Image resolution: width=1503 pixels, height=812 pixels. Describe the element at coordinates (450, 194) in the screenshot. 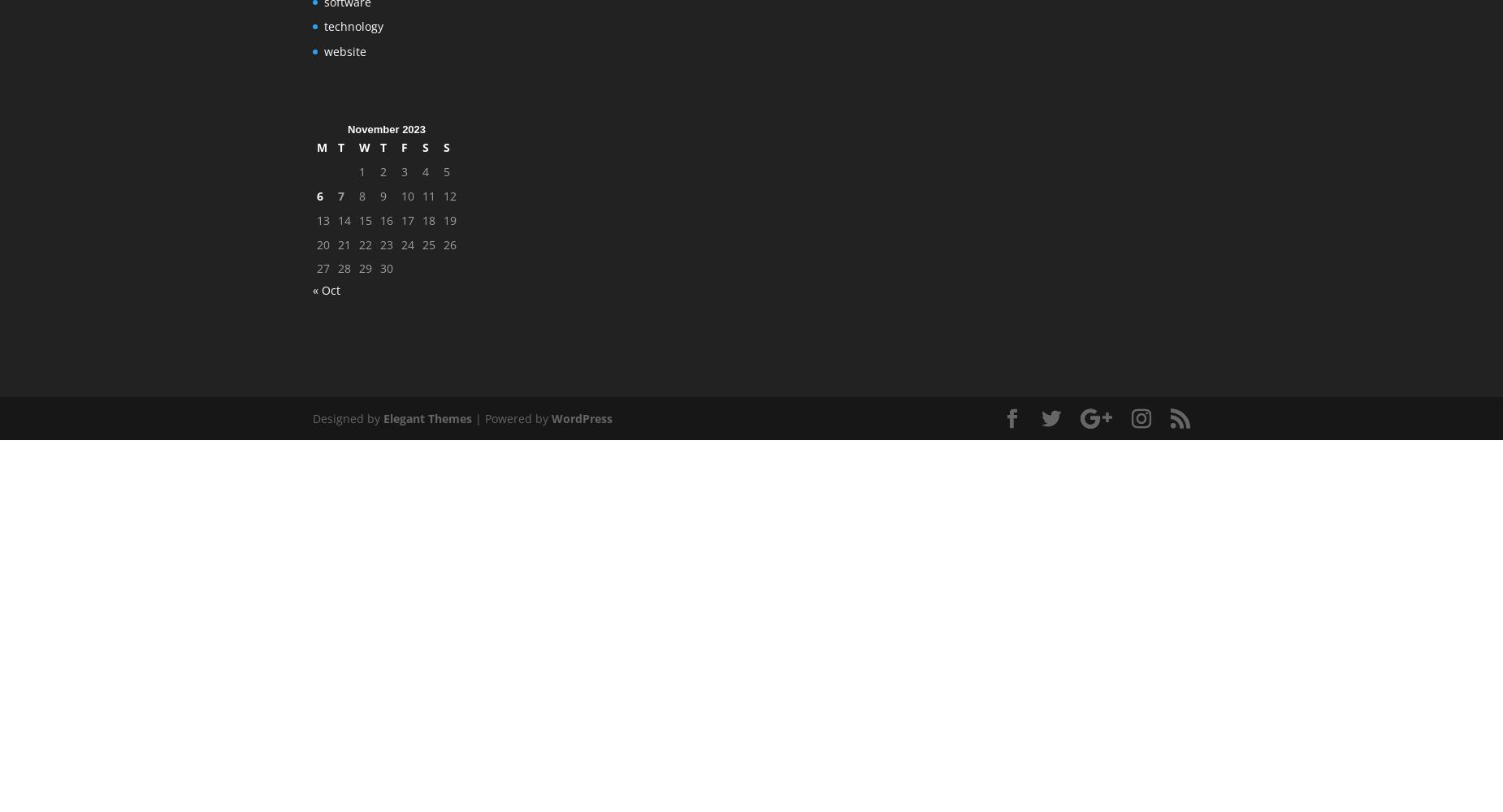

I see `'12'` at that location.